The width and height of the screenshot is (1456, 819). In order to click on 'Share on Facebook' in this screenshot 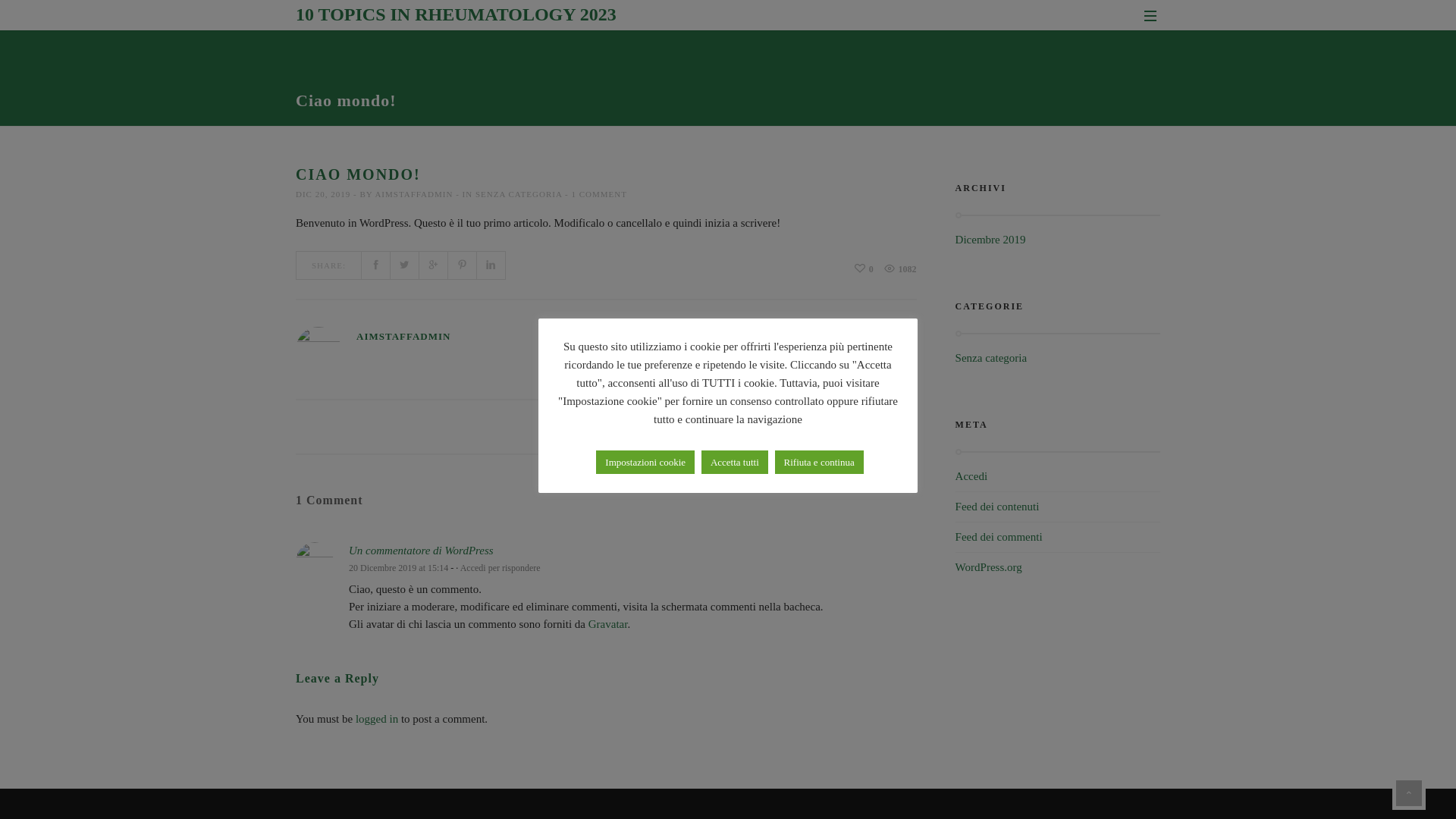, I will do `click(375, 265)`.